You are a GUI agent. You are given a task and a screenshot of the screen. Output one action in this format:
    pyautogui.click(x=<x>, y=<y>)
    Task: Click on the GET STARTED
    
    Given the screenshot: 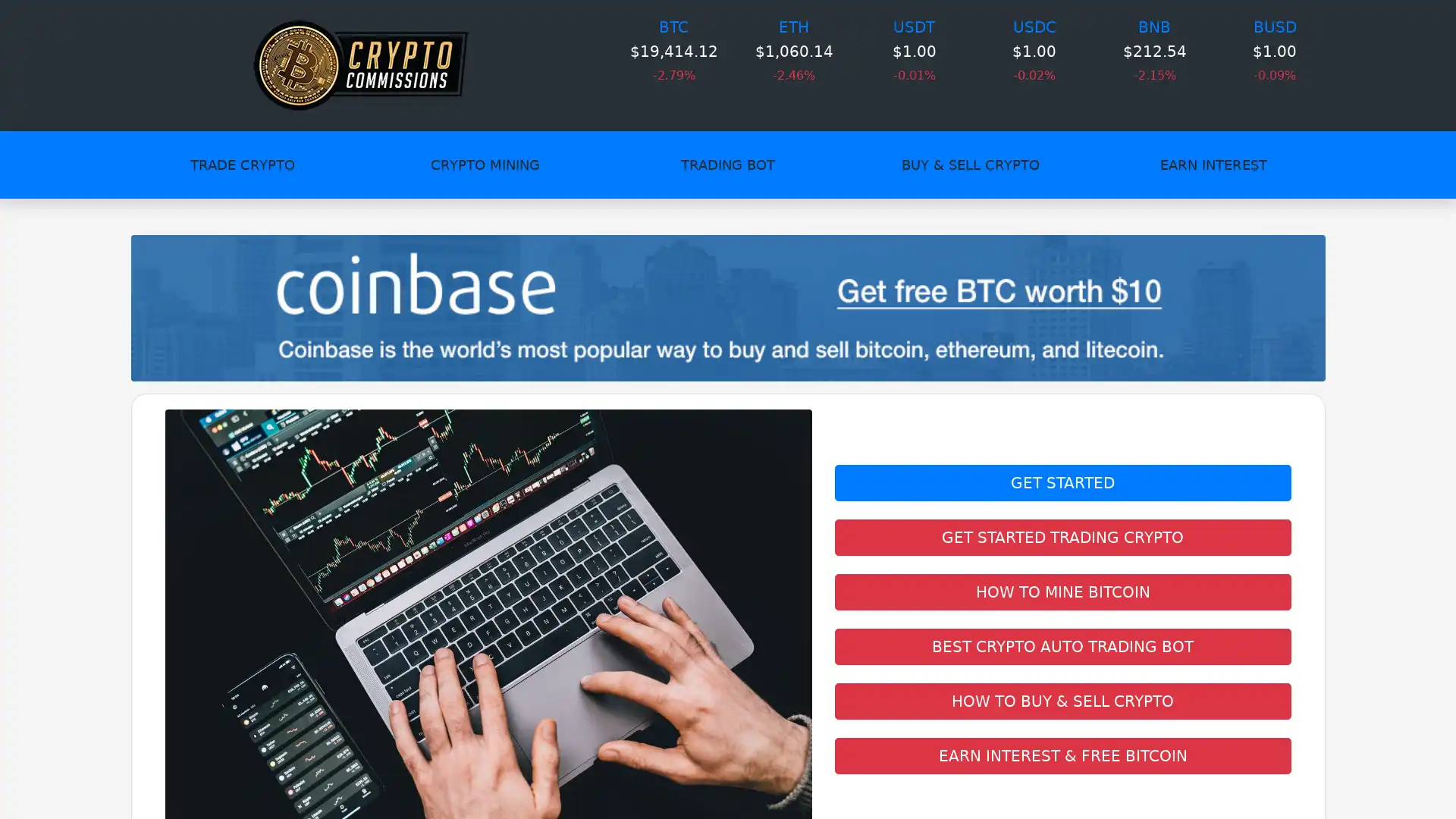 What is the action you would take?
    pyautogui.click(x=1062, y=482)
    